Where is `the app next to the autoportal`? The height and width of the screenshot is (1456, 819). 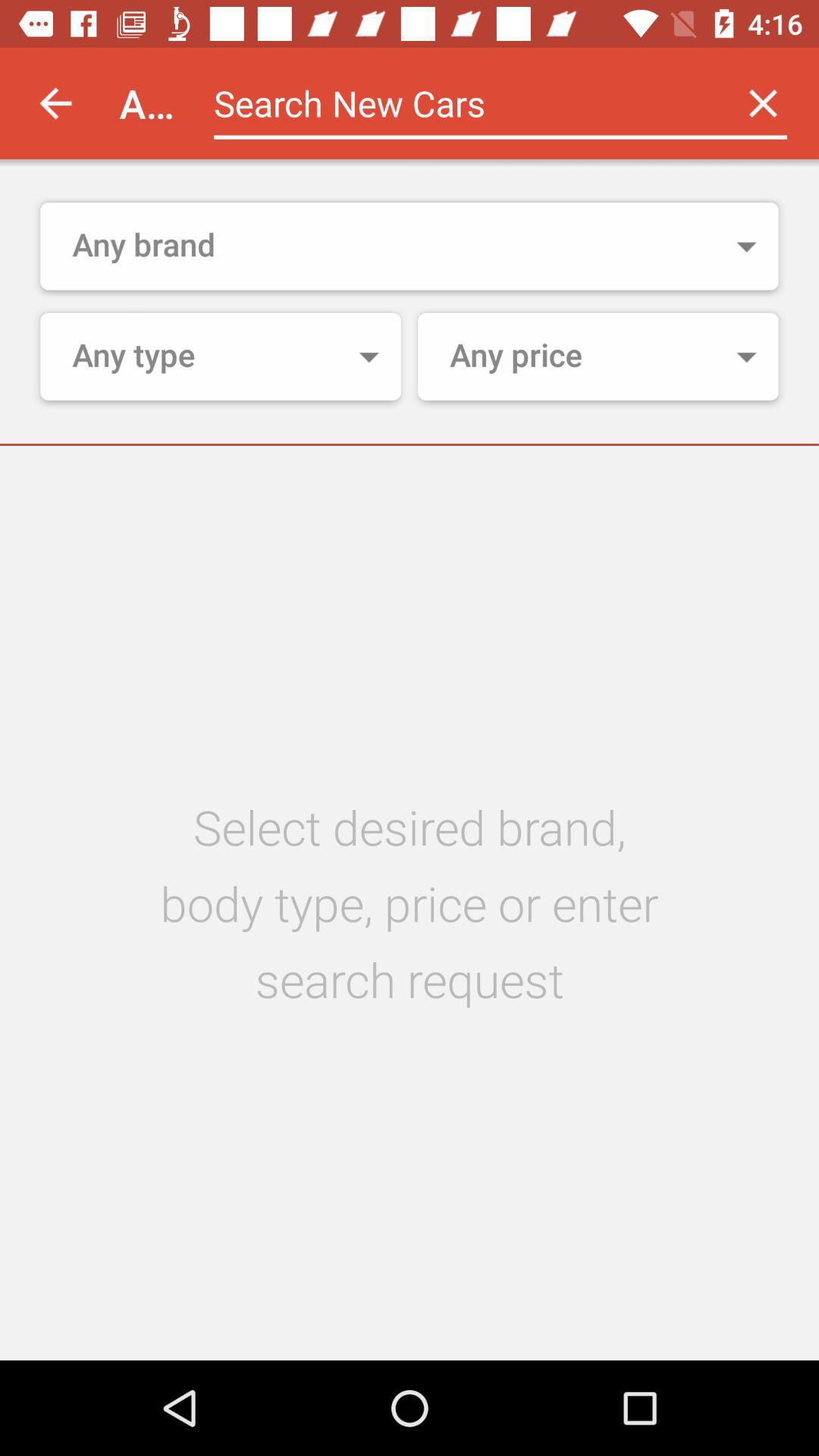
the app next to the autoportal is located at coordinates (460, 102).